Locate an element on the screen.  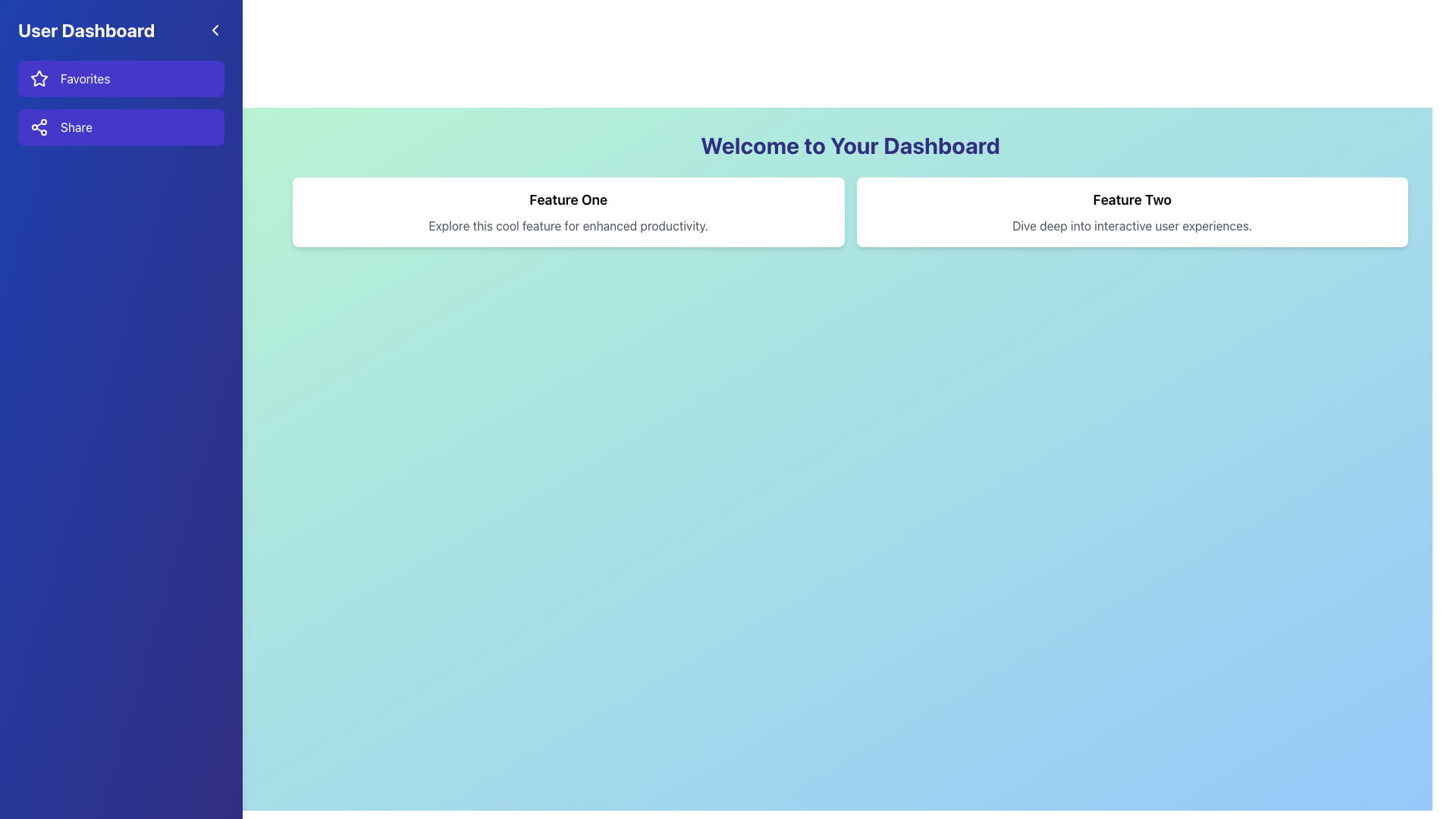
the Informational Card located in the right column of the layout, adjacent to 'Feature One' under the 'Welcome to Your Dashboard' heading is located at coordinates (1132, 212).